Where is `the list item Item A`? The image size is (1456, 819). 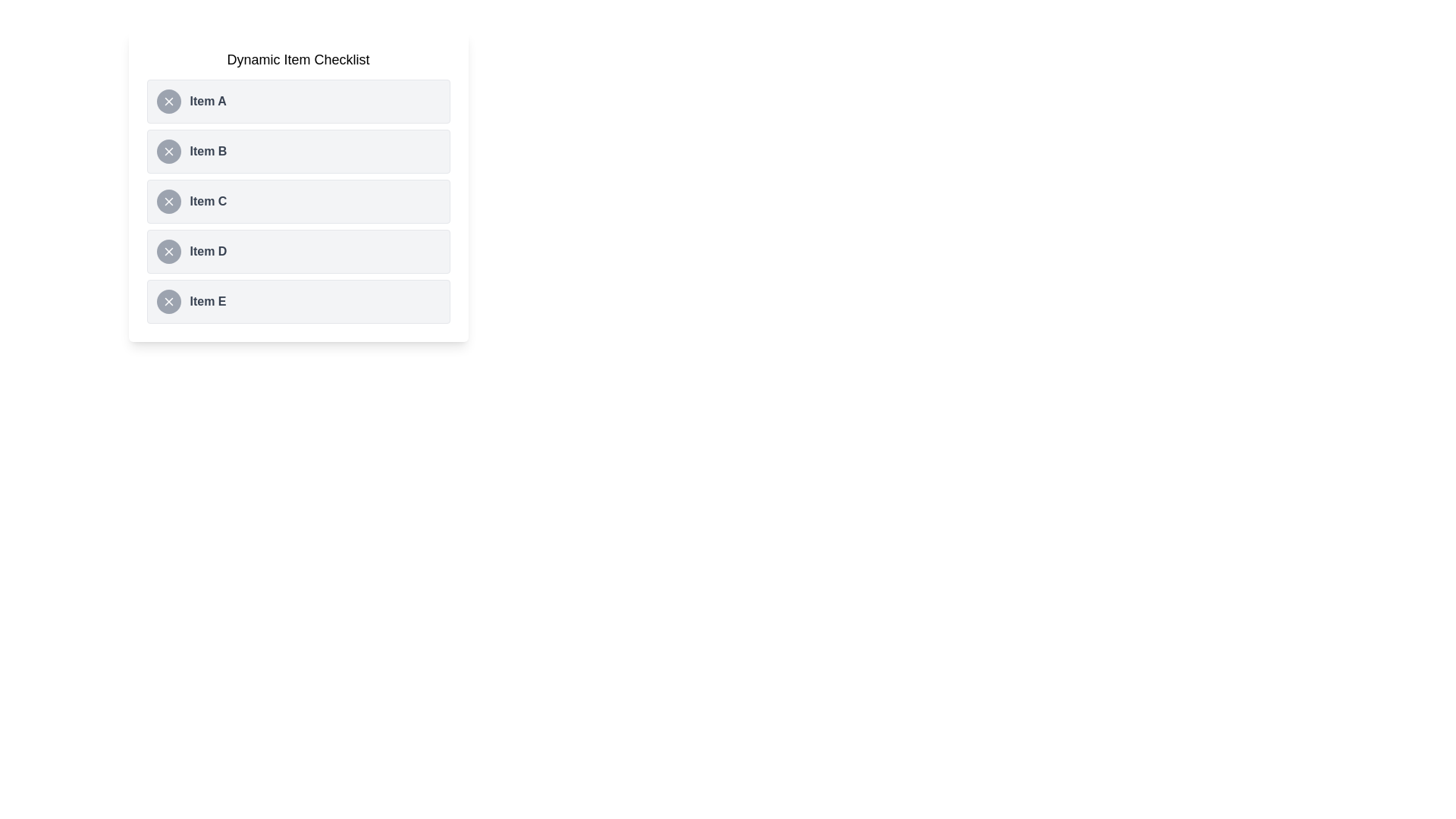
the list item Item A is located at coordinates (298, 102).